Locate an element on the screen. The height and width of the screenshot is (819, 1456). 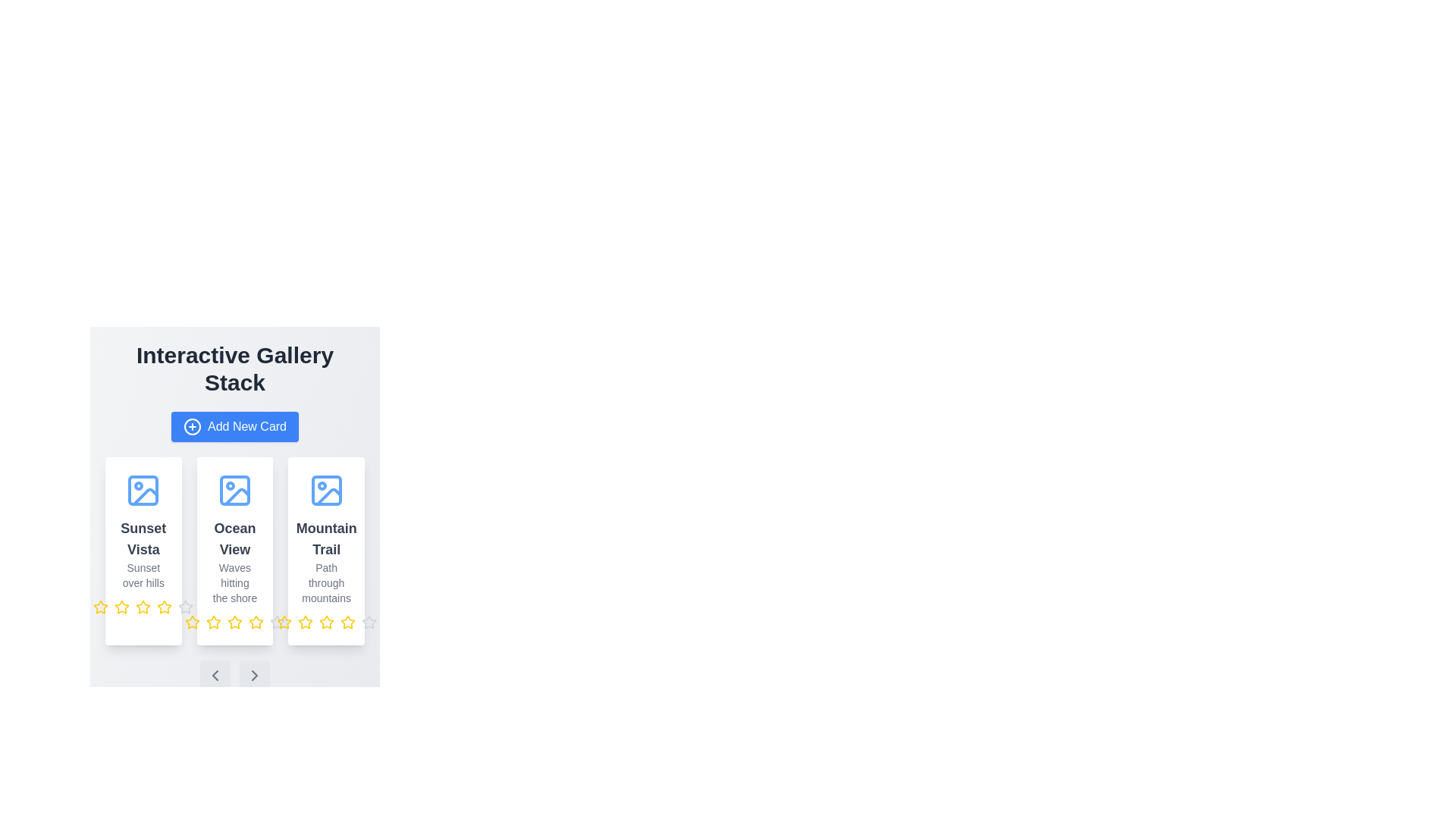
the second star in the star rating icon sequence under the 'Sunset Vista' card to rate it is located at coordinates (122, 607).